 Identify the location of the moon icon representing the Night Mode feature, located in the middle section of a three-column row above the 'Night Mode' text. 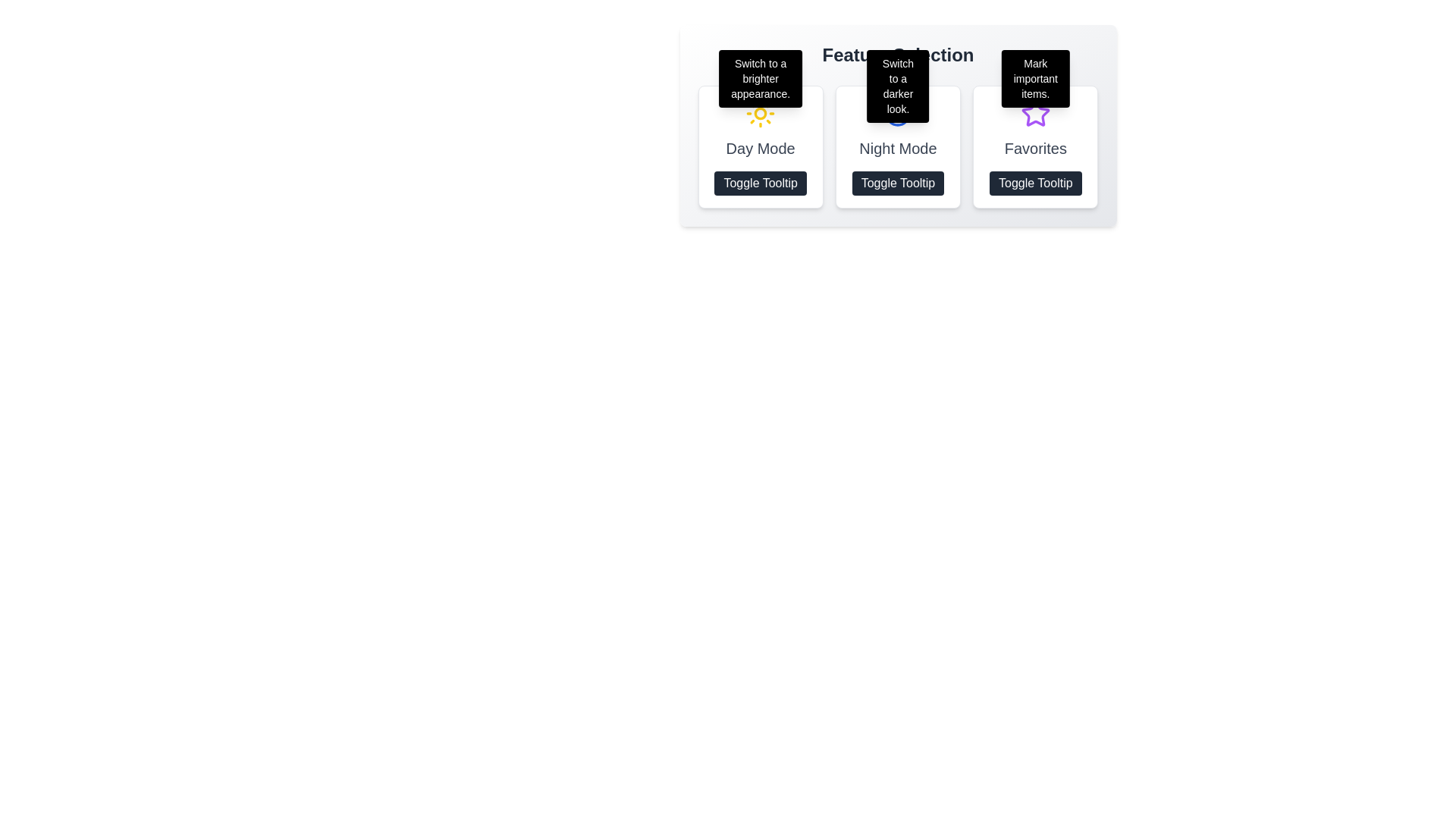
(898, 113).